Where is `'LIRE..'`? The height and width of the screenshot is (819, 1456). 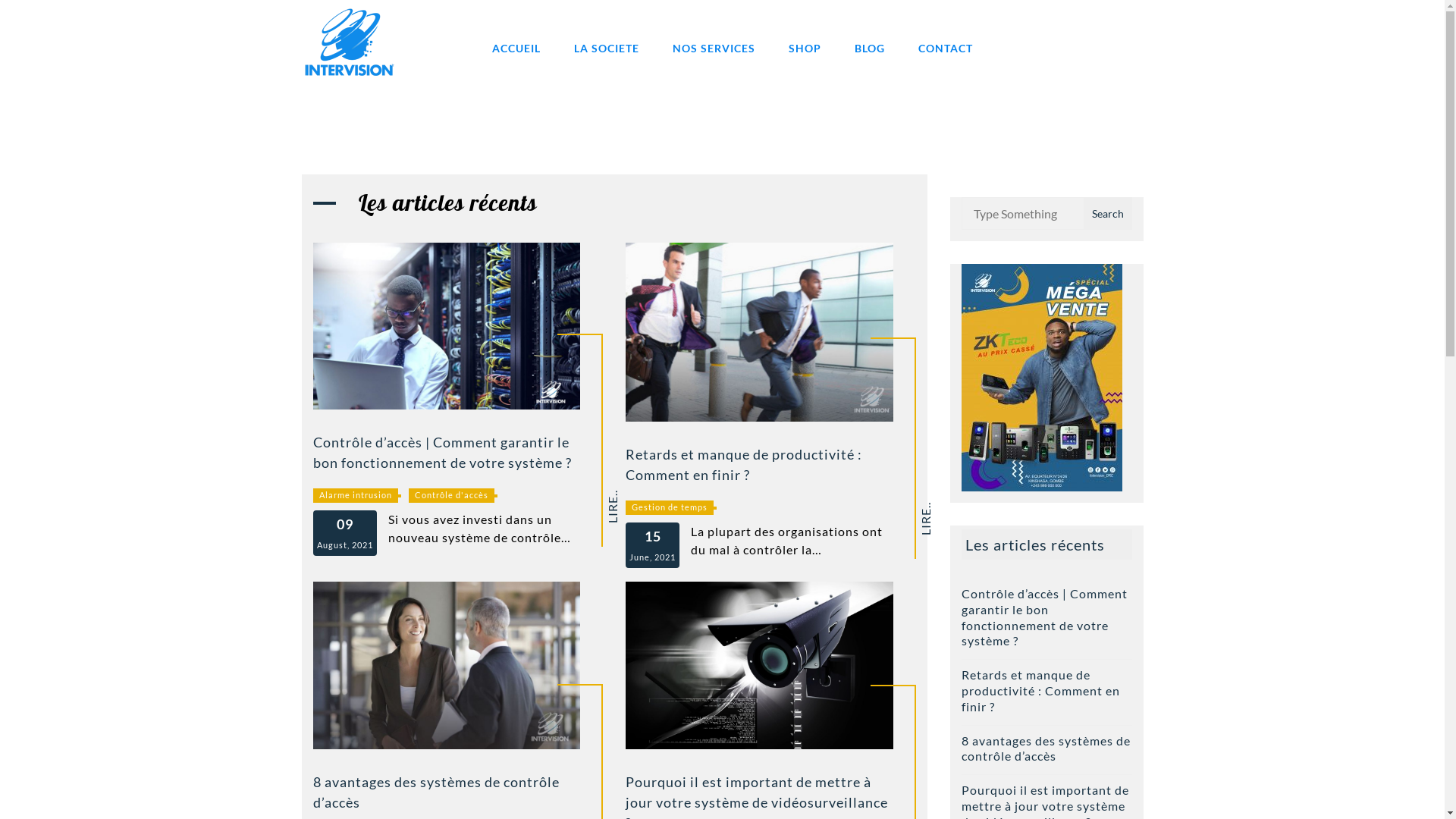
'LIRE..' is located at coordinates (623, 496).